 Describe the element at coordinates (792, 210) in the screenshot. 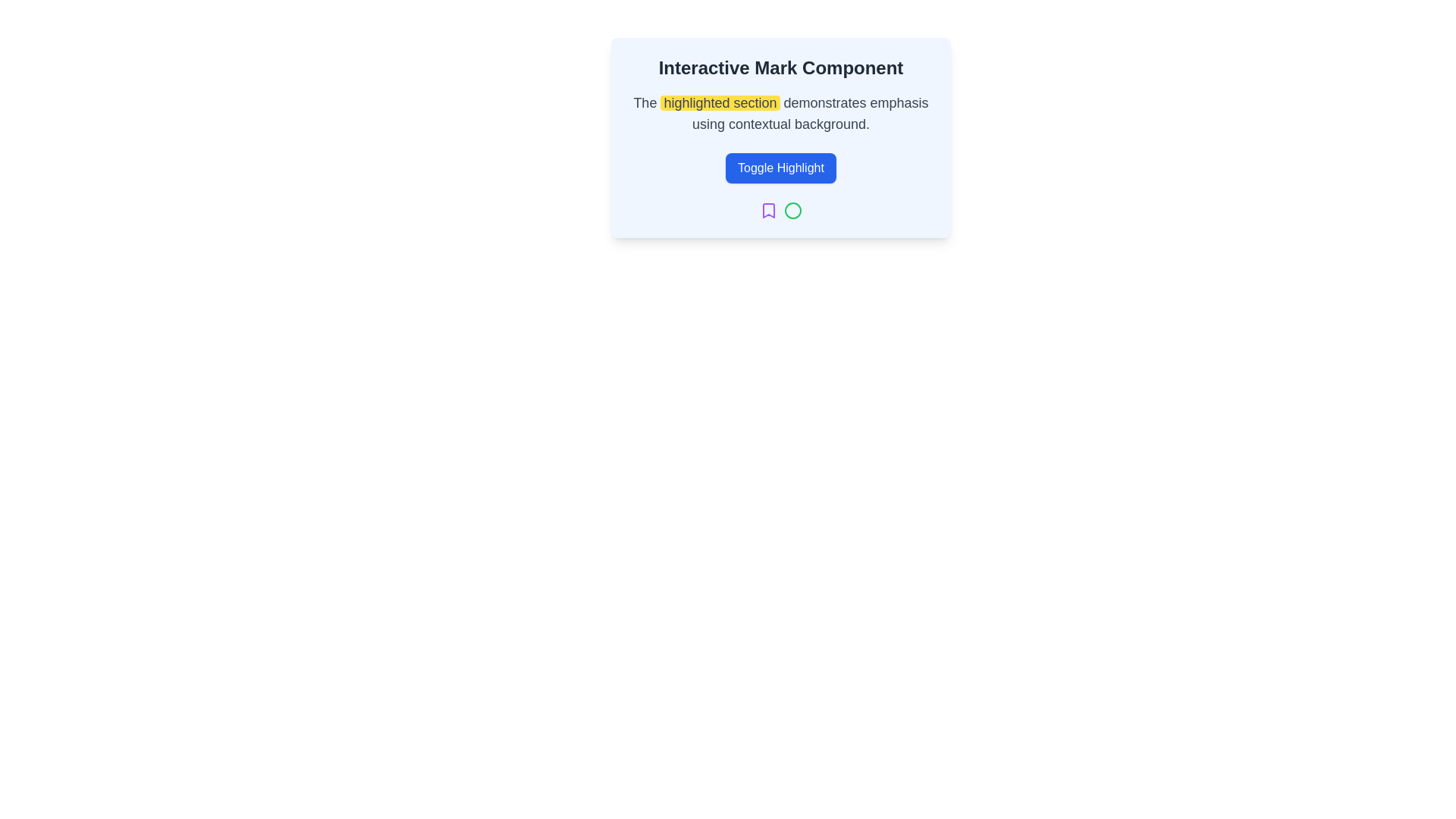

I see `the second icon from the right, a green circular icon` at that location.